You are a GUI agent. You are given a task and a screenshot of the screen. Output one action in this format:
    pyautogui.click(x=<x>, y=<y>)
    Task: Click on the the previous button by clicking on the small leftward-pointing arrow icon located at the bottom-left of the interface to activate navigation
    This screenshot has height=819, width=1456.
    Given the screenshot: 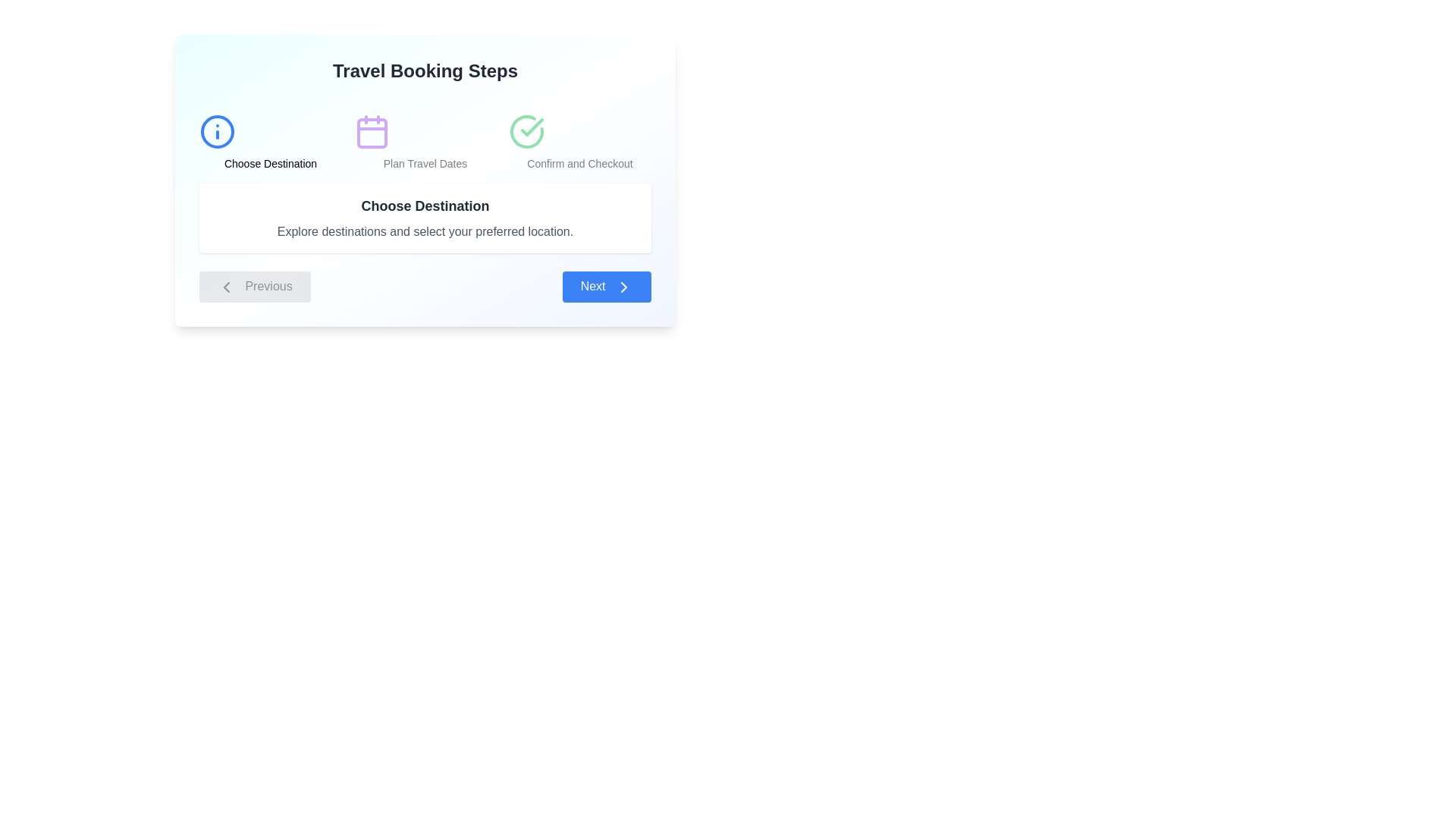 What is the action you would take?
    pyautogui.click(x=225, y=287)
    